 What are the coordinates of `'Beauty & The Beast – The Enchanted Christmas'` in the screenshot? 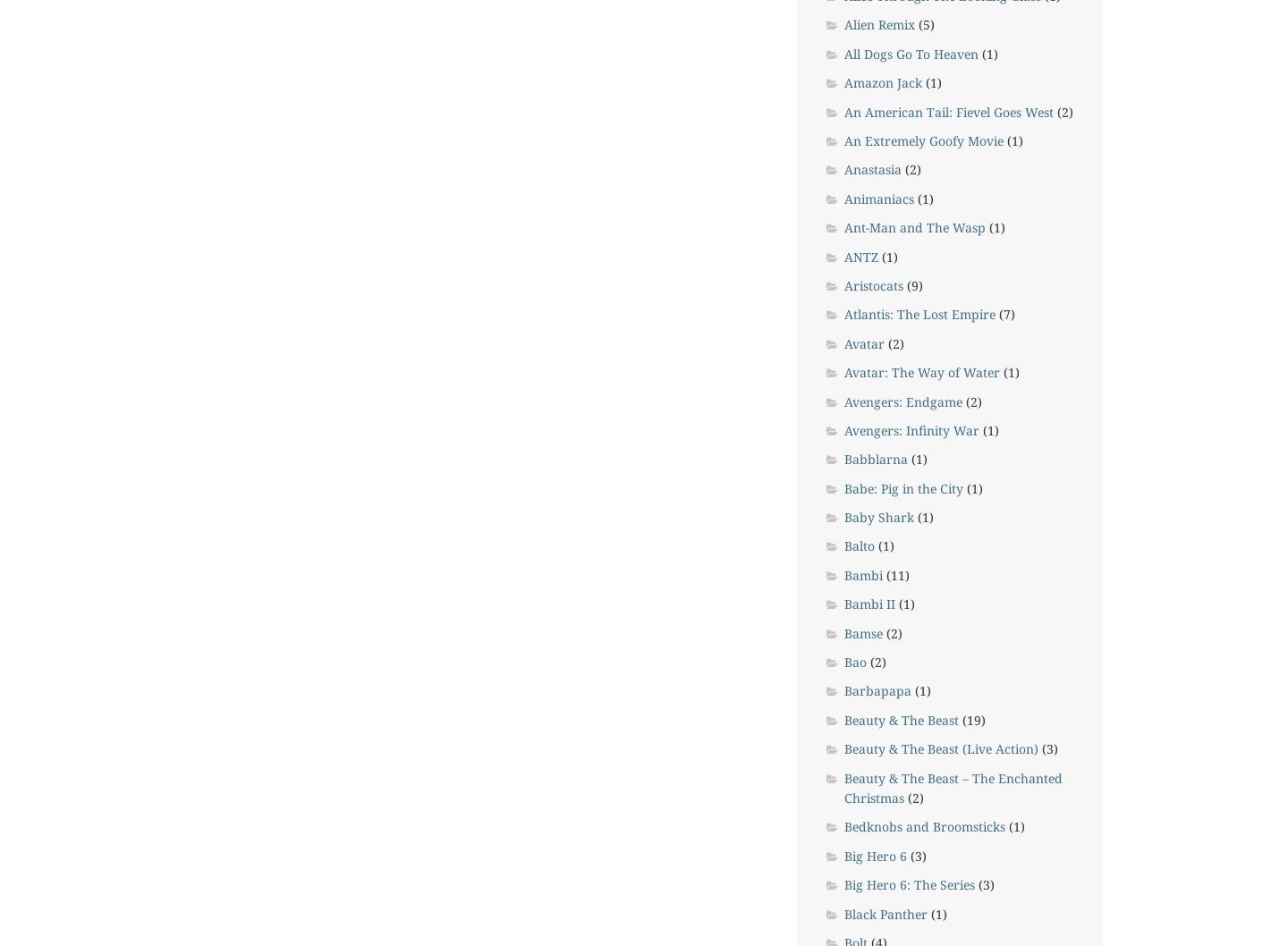 It's located at (953, 786).